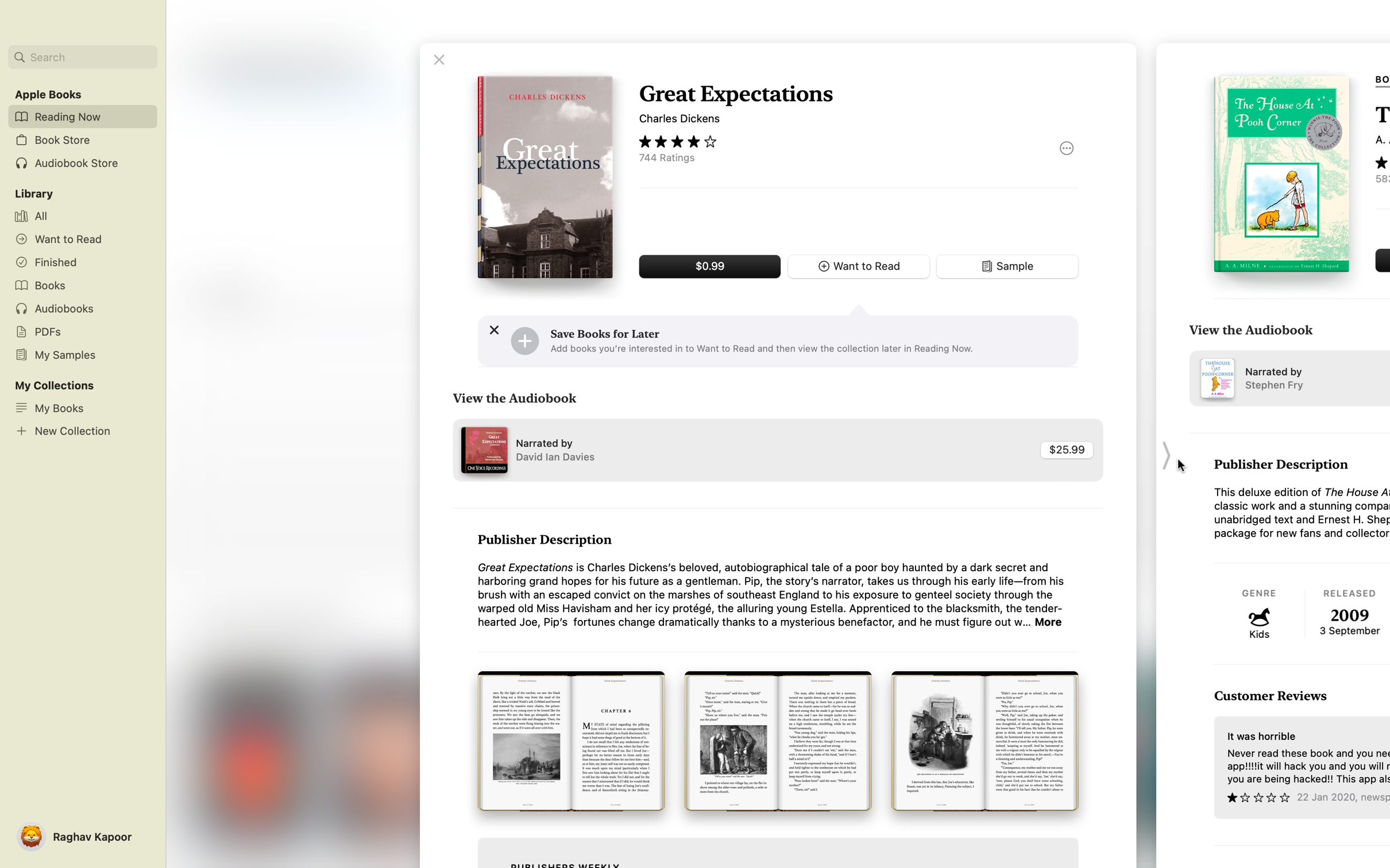 The width and height of the screenshot is (1390, 868). I want to click on Navigate down to view the book"s table of contents, so click(2613200, 958272).